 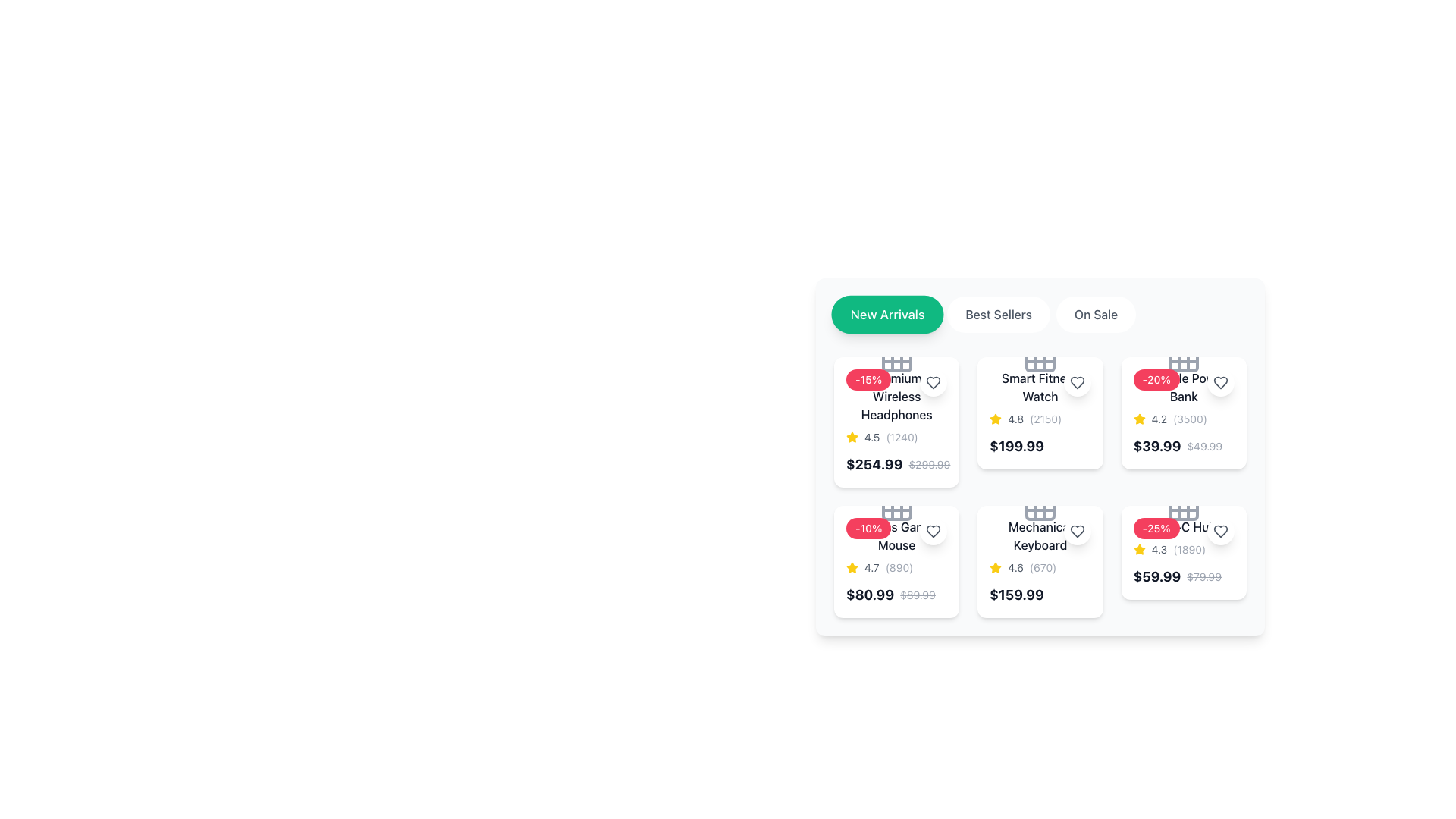 What do you see at coordinates (933, 531) in the screenshot?
I see `the second heart-shaped button in the top-right corner of the 'Gaming Mouse' product tile card` at bounding box center [933, 531].